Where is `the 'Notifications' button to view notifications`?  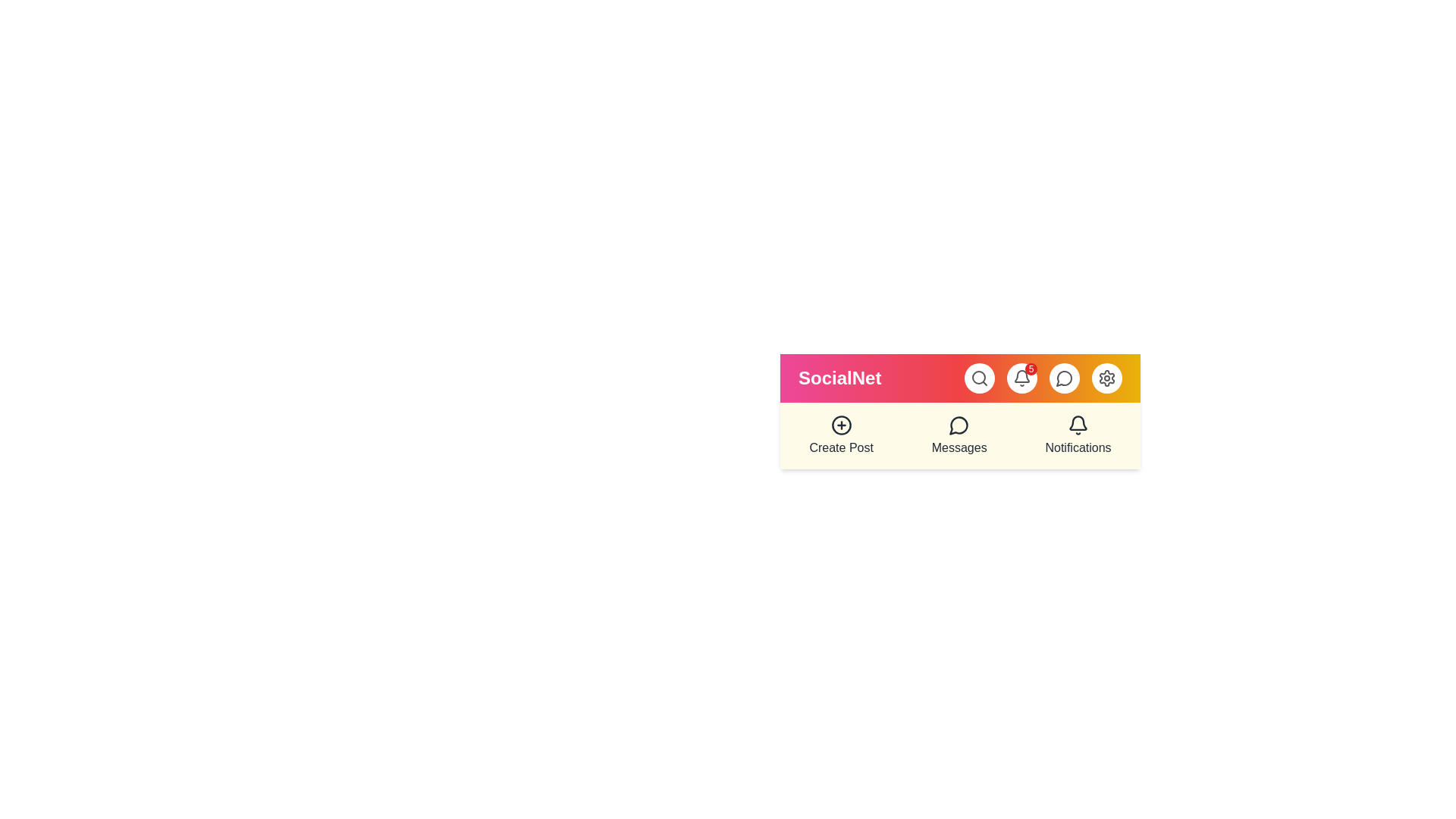 the 'Notifications' button to view notifications is located at coordinates (1077, 435).